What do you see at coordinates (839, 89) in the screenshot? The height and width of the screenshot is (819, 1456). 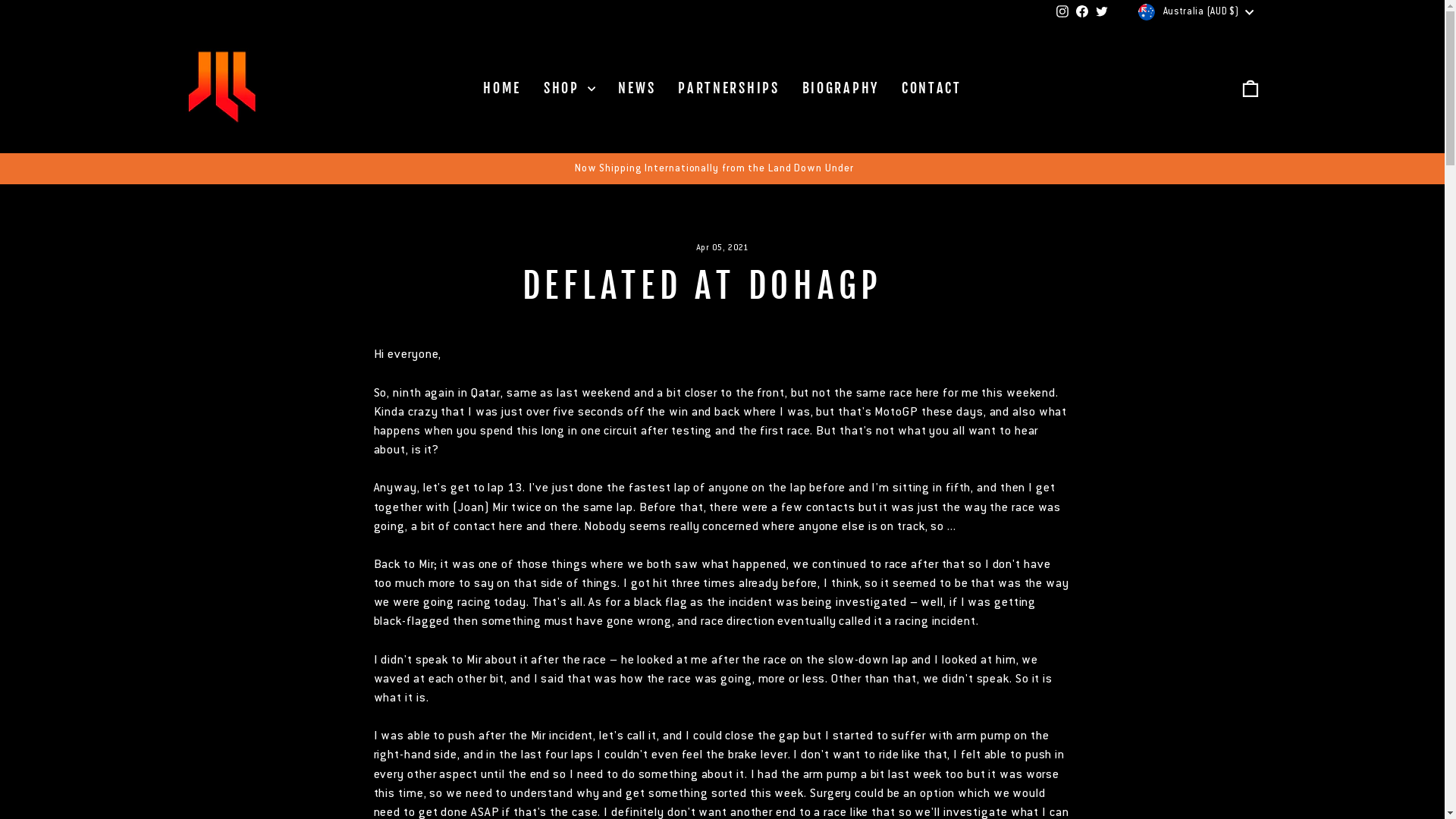 I see `'BIOGRAPHY'` at bounding box center [839, 89].